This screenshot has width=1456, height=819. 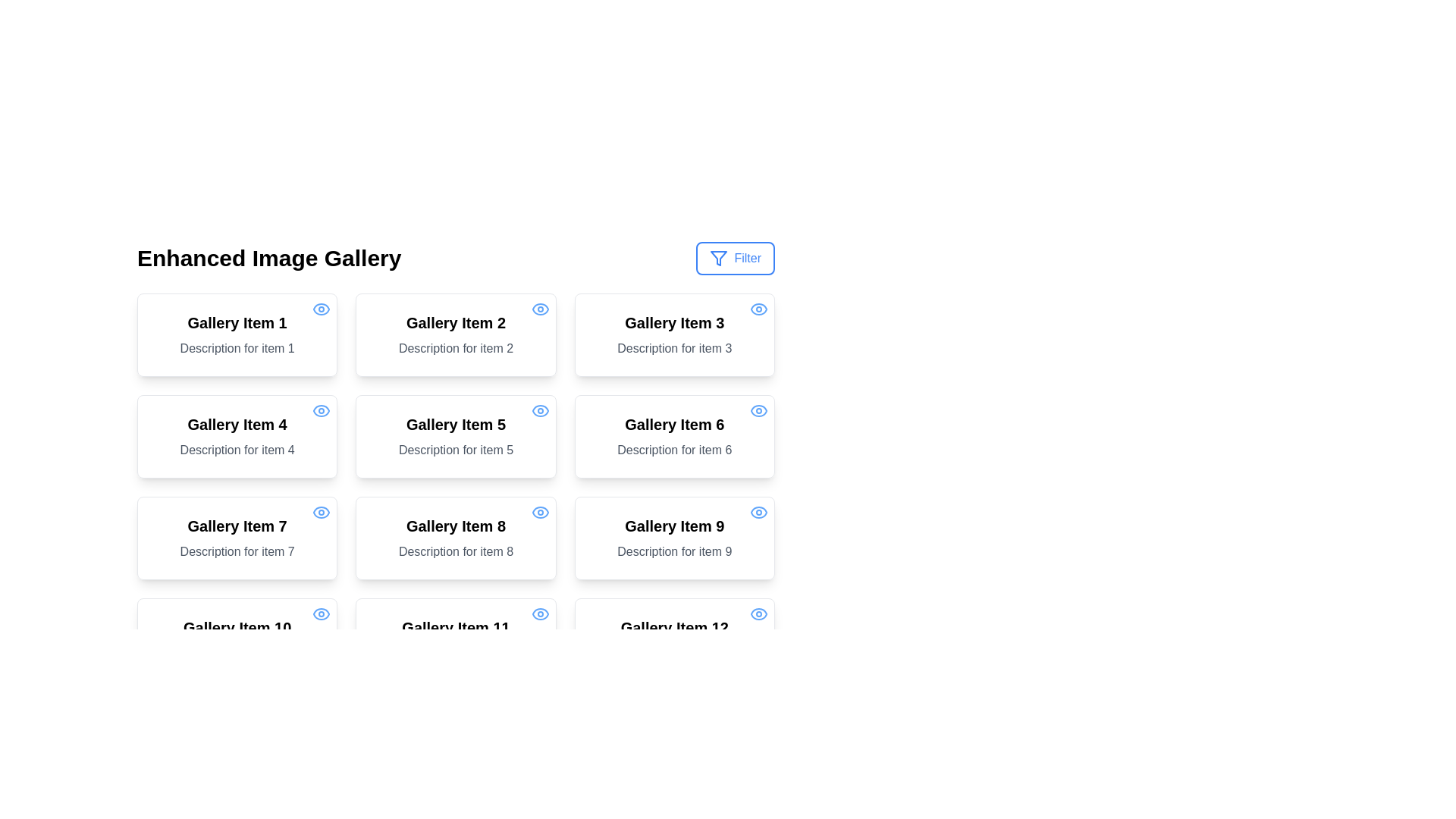 I want to click on the text label displaying 'Description for item 1', which is positioned below 'Gallery Item 1' in the first gallery item of the grid layout, so click(x=237, y=348).